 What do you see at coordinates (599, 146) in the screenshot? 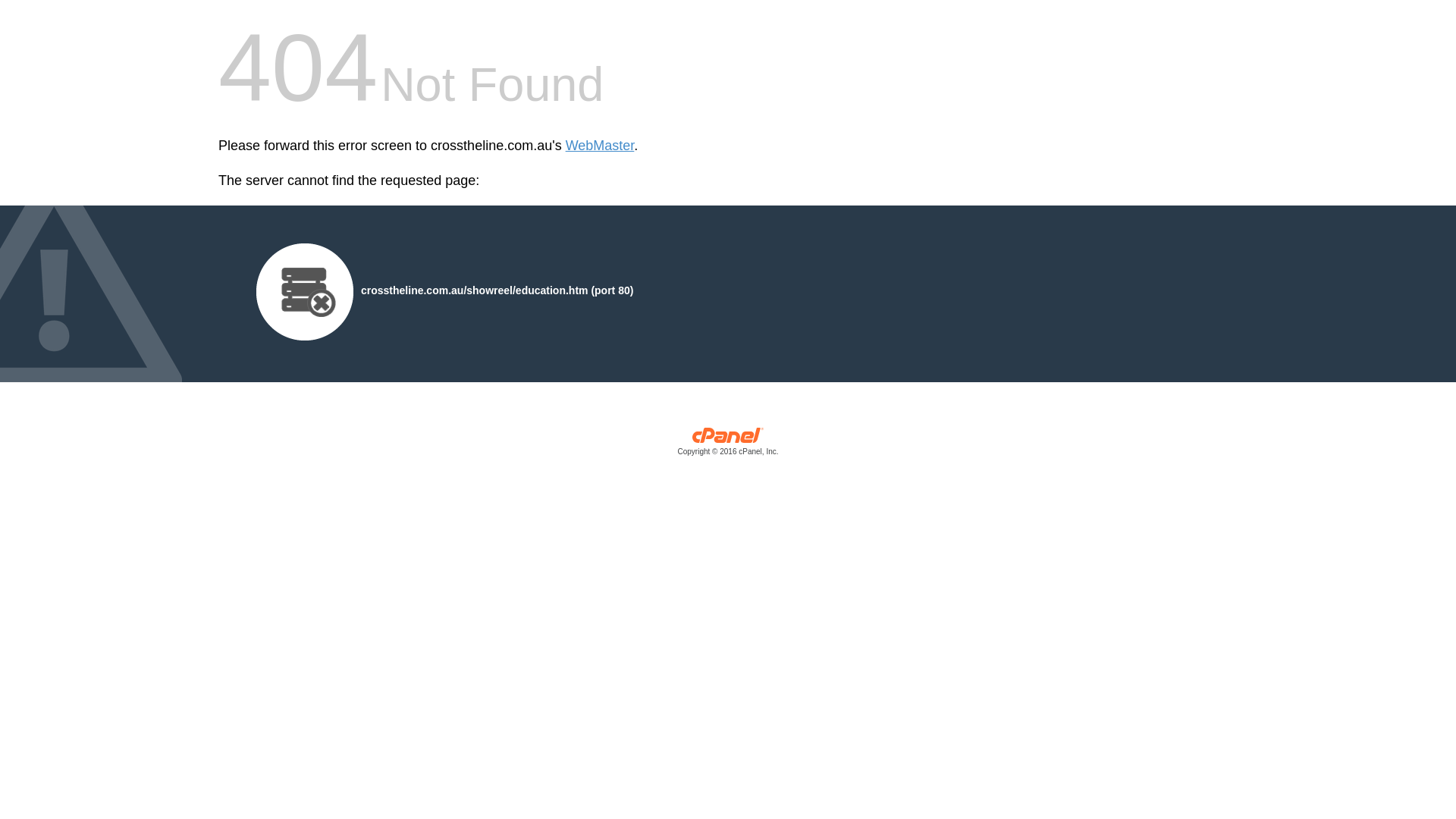
I see `'WebMaster'` at bounding box center [599, 146].